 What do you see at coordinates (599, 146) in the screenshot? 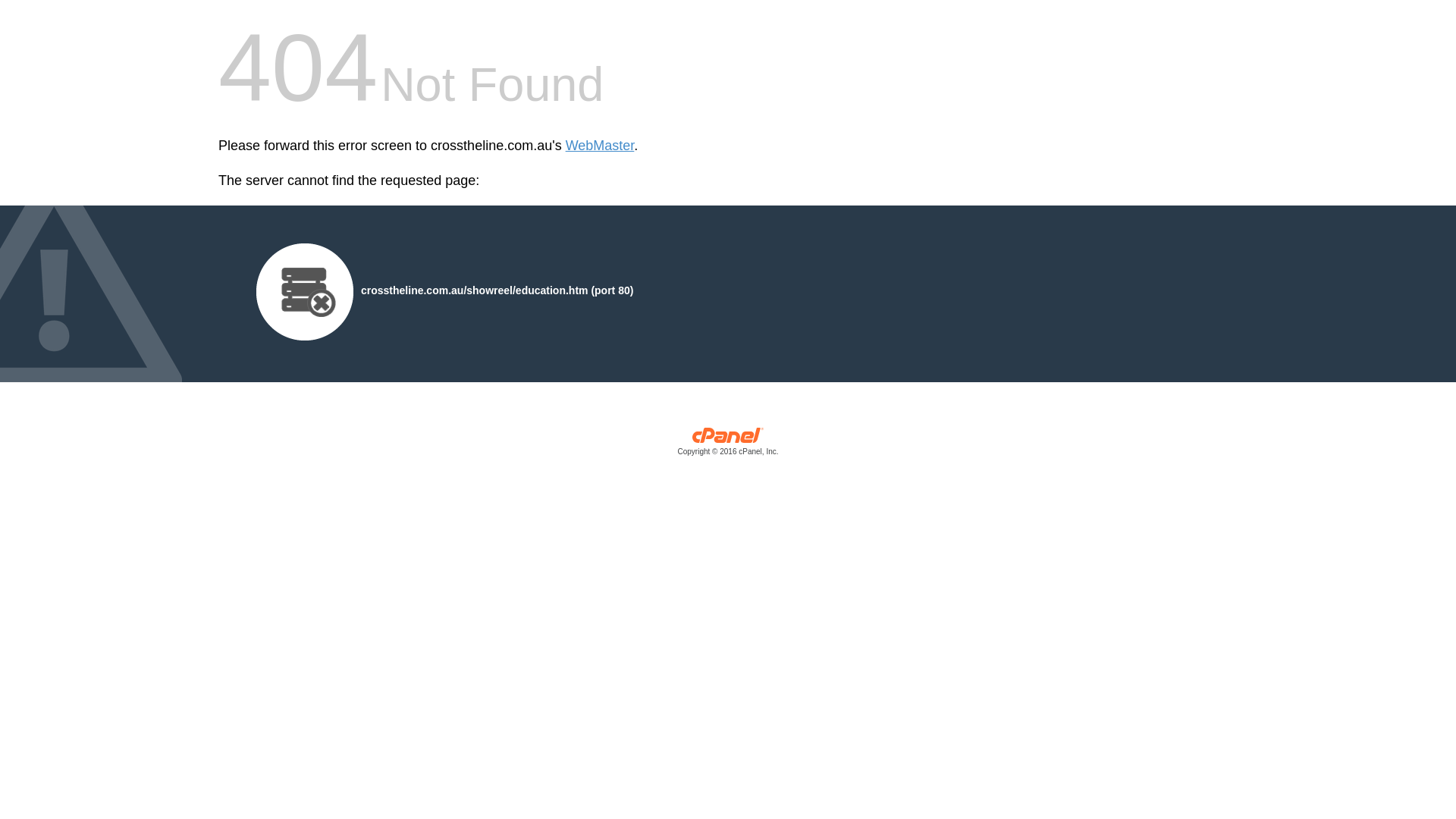
I see `'WebMaster'` at bounding box center [599, 146].